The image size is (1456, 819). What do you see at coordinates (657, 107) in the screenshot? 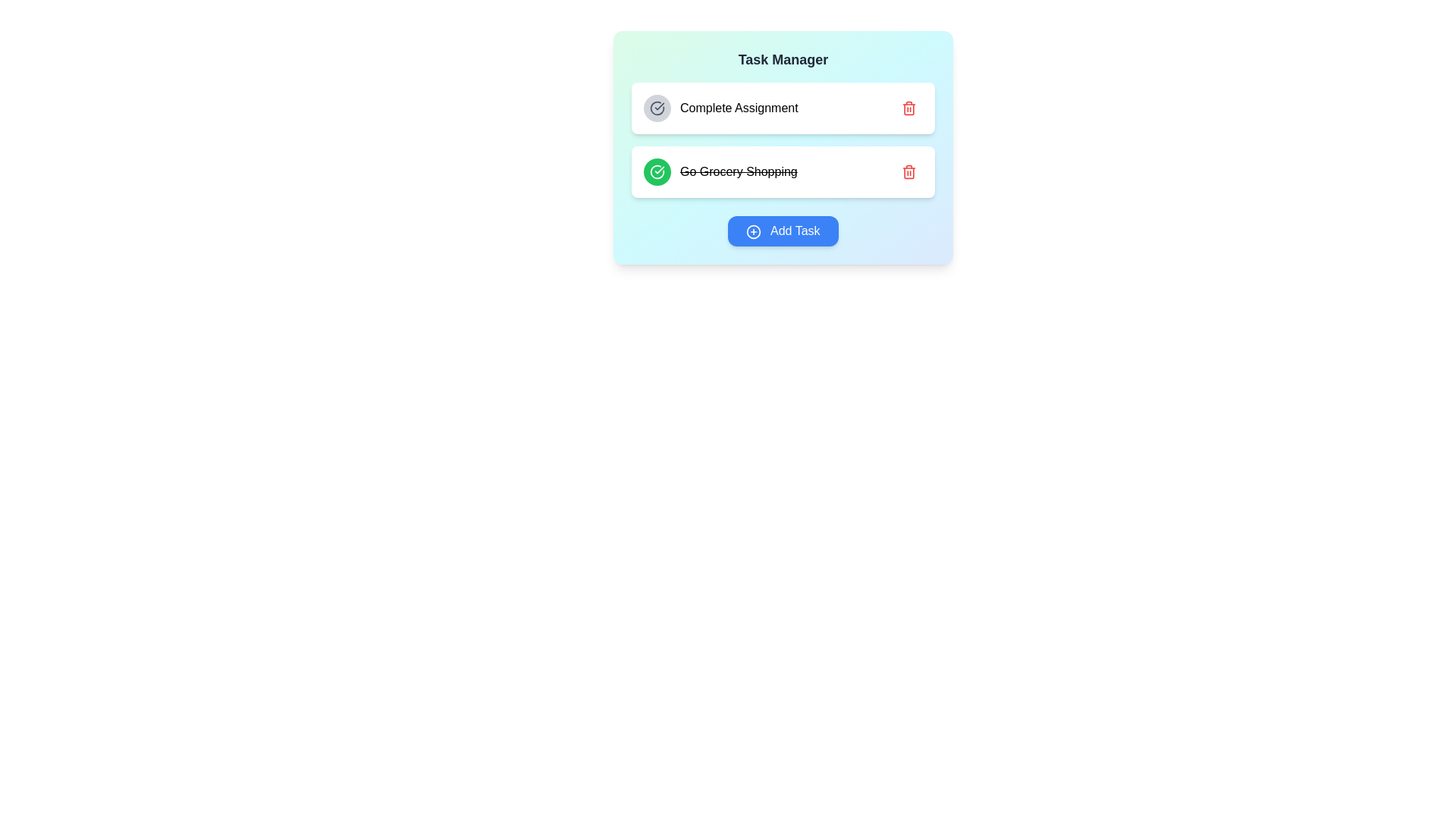
I see `the upper segment of the circular icon representing an incomplete task in the 'Complete Assignment' to-do list` at bounding box center [657, 107].